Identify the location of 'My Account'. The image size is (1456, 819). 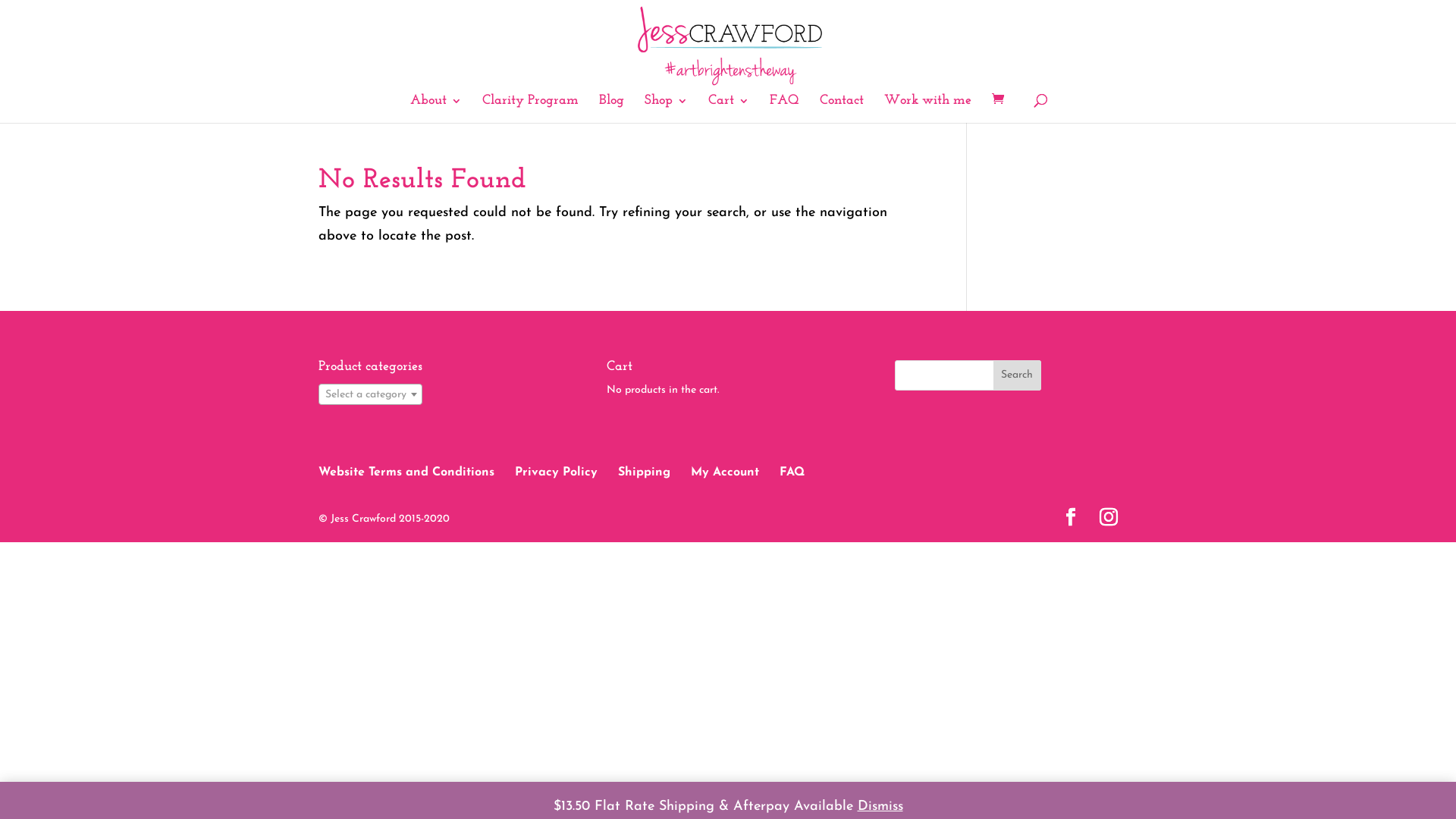
(723, 472).